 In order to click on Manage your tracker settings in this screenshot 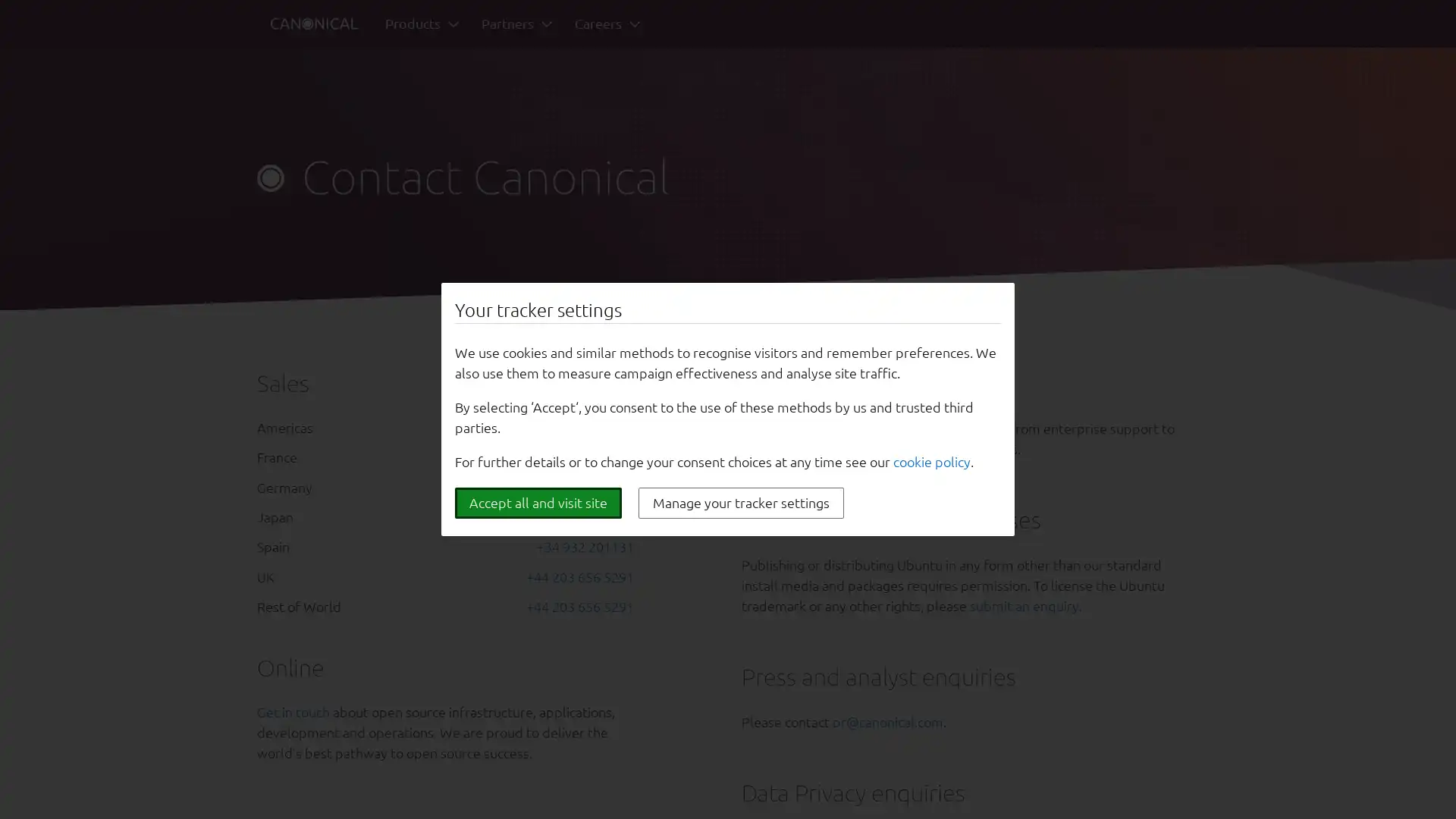, I will do `click(741, 503)`.